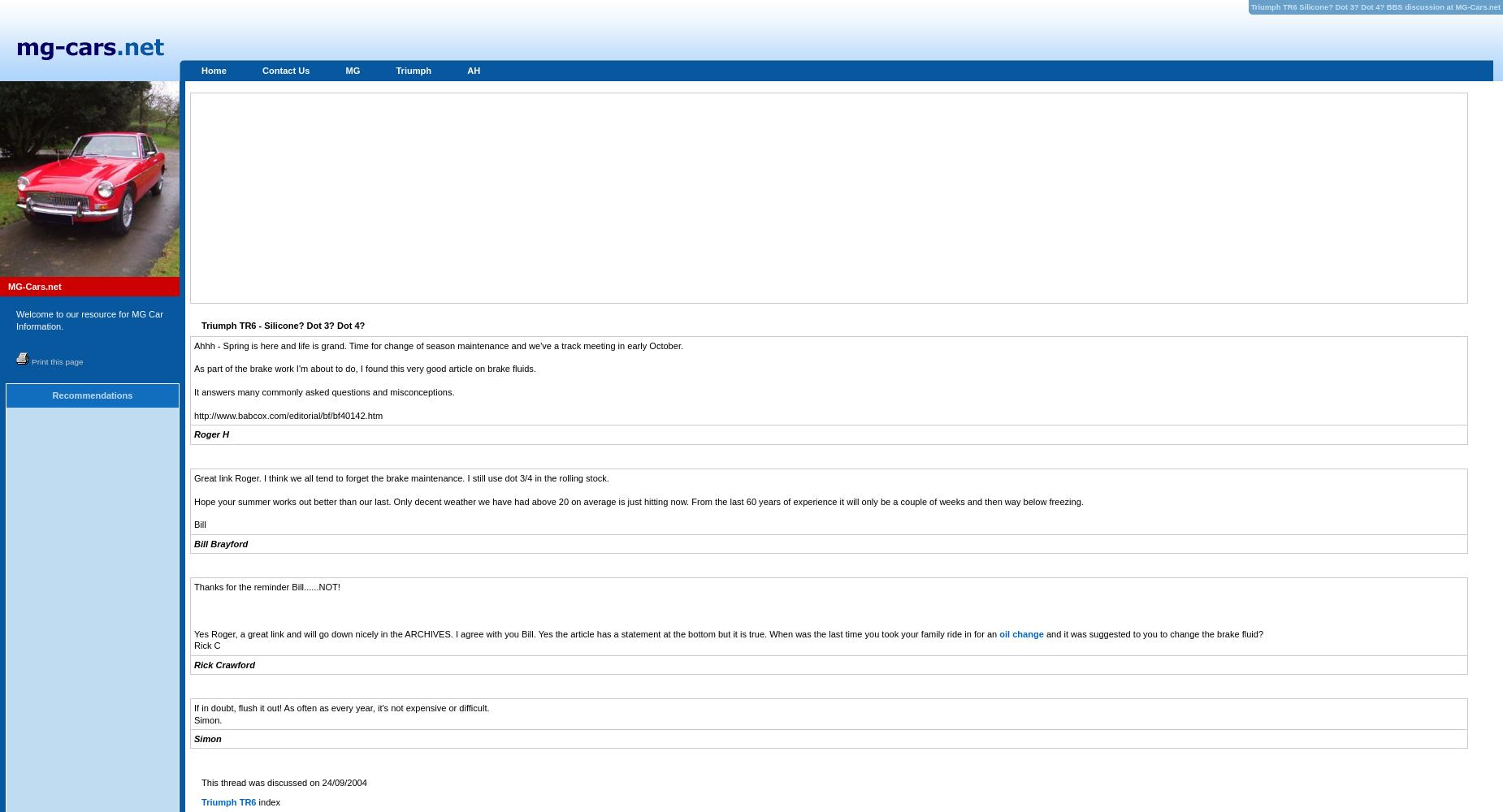  I want to click on 'oil change', so click(1020, 633).